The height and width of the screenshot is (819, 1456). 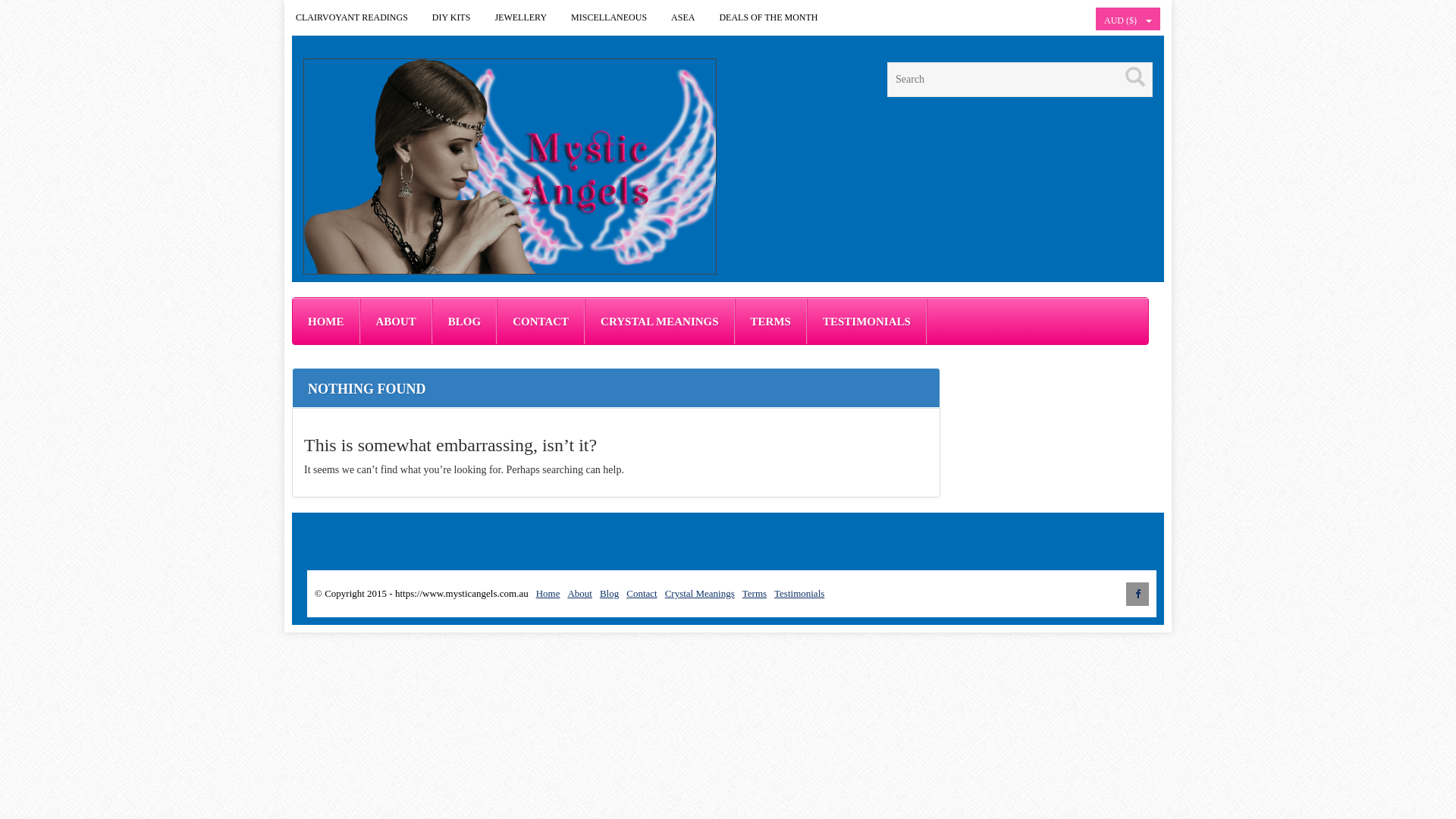 What do you see at coordinates (482, 17) in the screenshot?
I see `'JEWELLERY'` at bounding box center [482, 17].